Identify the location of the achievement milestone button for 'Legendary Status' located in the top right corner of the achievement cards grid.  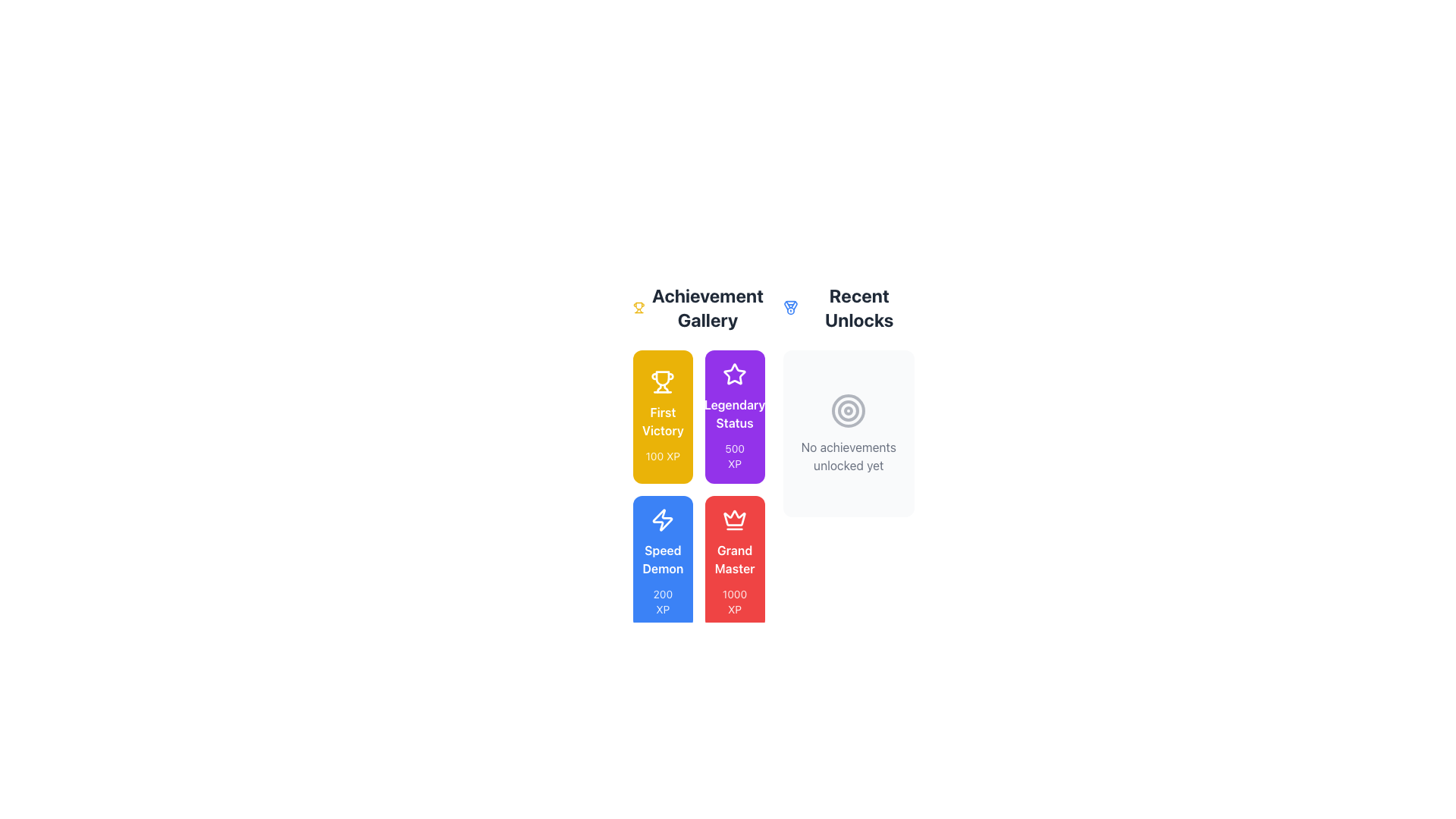
(735, 417).